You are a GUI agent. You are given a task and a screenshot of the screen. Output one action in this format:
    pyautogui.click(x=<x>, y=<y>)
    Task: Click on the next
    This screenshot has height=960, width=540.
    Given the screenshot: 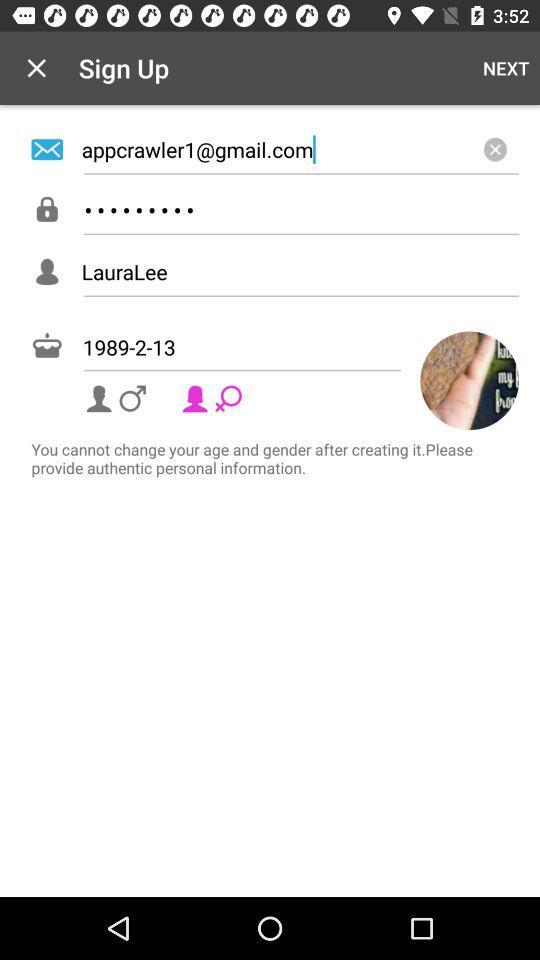 What is the action you would take?
    pyautogui.click(x=505, y=68)
    